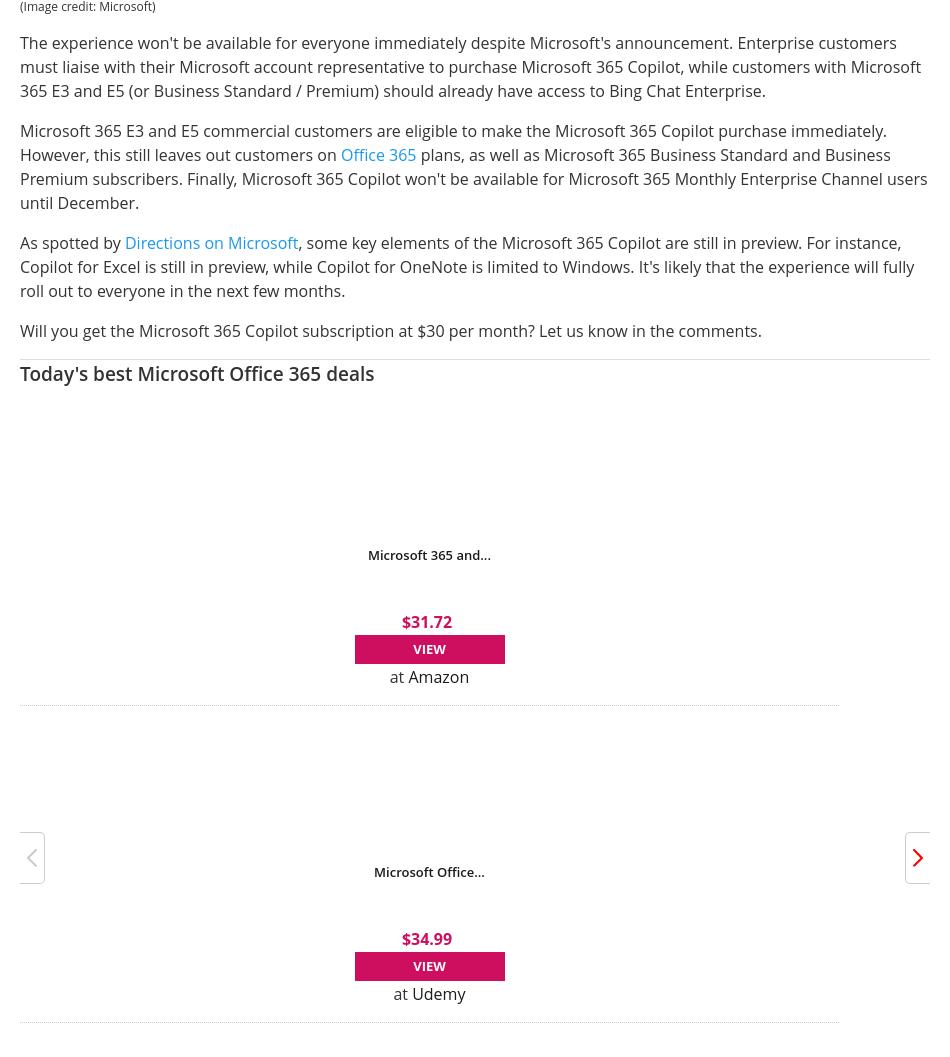  I want to click on '$31.72', so click(425, 620).